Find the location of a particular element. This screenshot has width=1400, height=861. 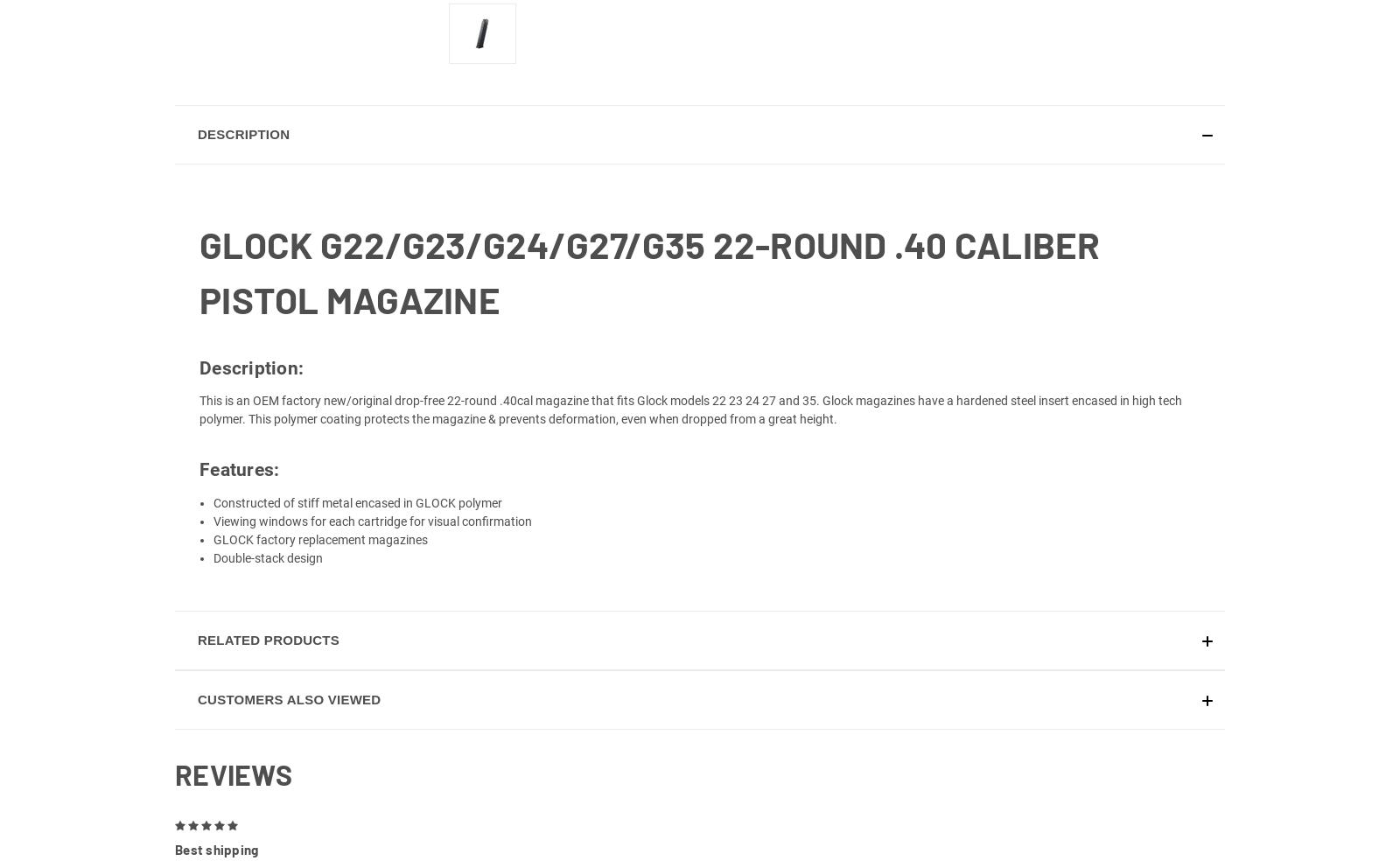

'Features:' is located at coordinates (239, 488).